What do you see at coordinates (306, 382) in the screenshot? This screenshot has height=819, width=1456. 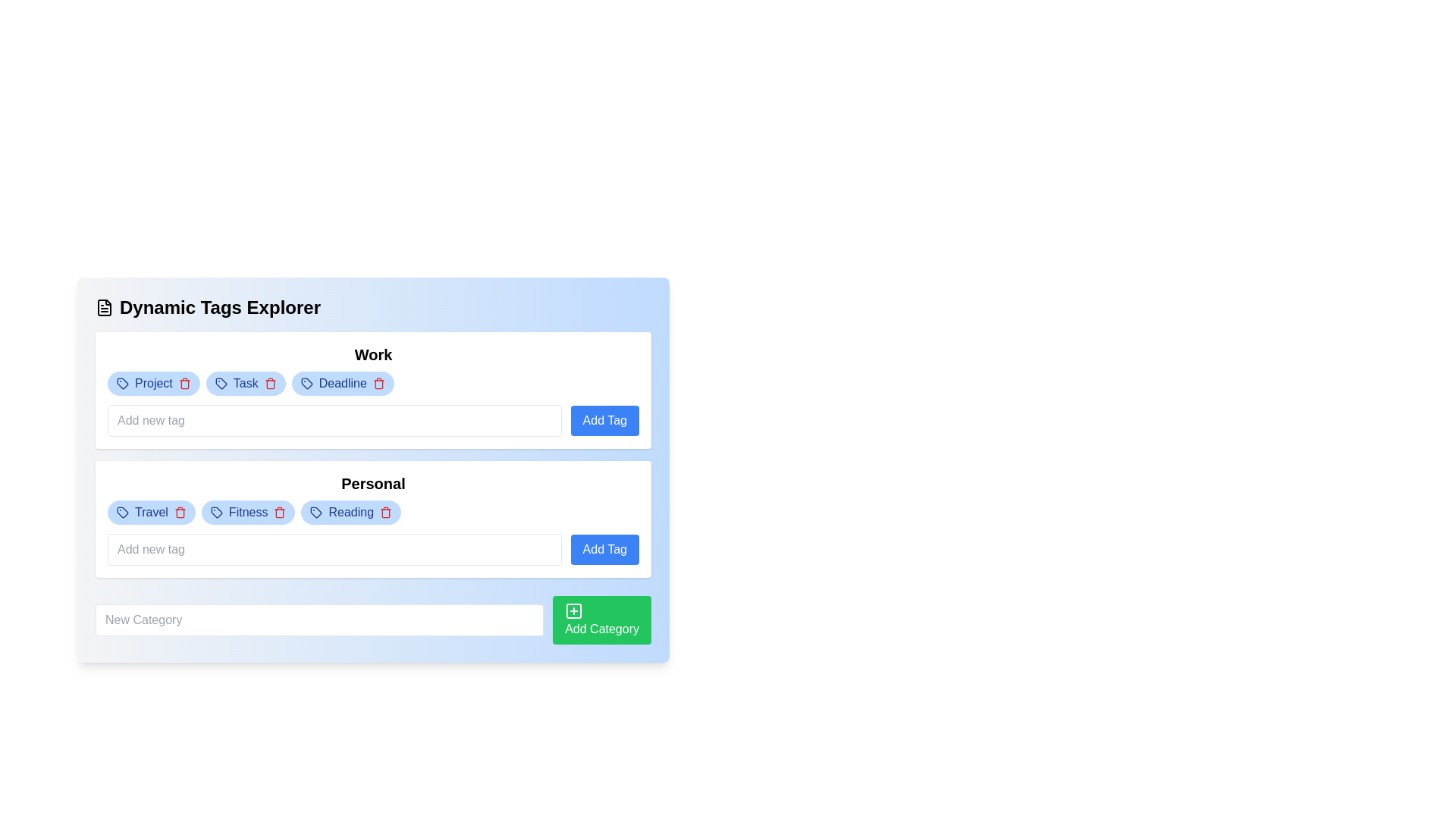 I see `the first icon associated with the 'Deadline' tag, which is located within the 'Work' category in the tags explorer layout` at bounding box center [306, 382].